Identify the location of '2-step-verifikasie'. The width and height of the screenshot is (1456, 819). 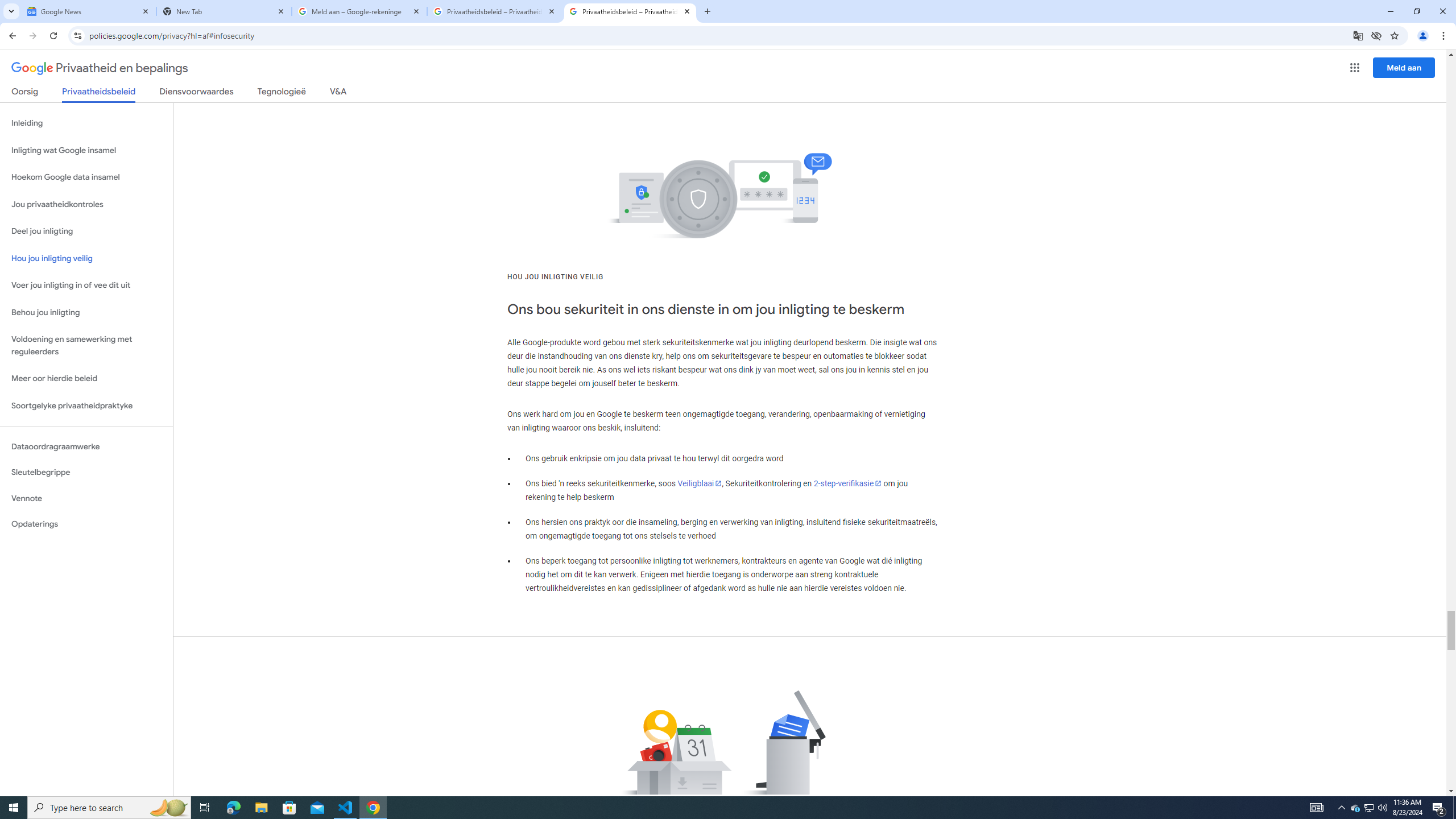
(848, 483).